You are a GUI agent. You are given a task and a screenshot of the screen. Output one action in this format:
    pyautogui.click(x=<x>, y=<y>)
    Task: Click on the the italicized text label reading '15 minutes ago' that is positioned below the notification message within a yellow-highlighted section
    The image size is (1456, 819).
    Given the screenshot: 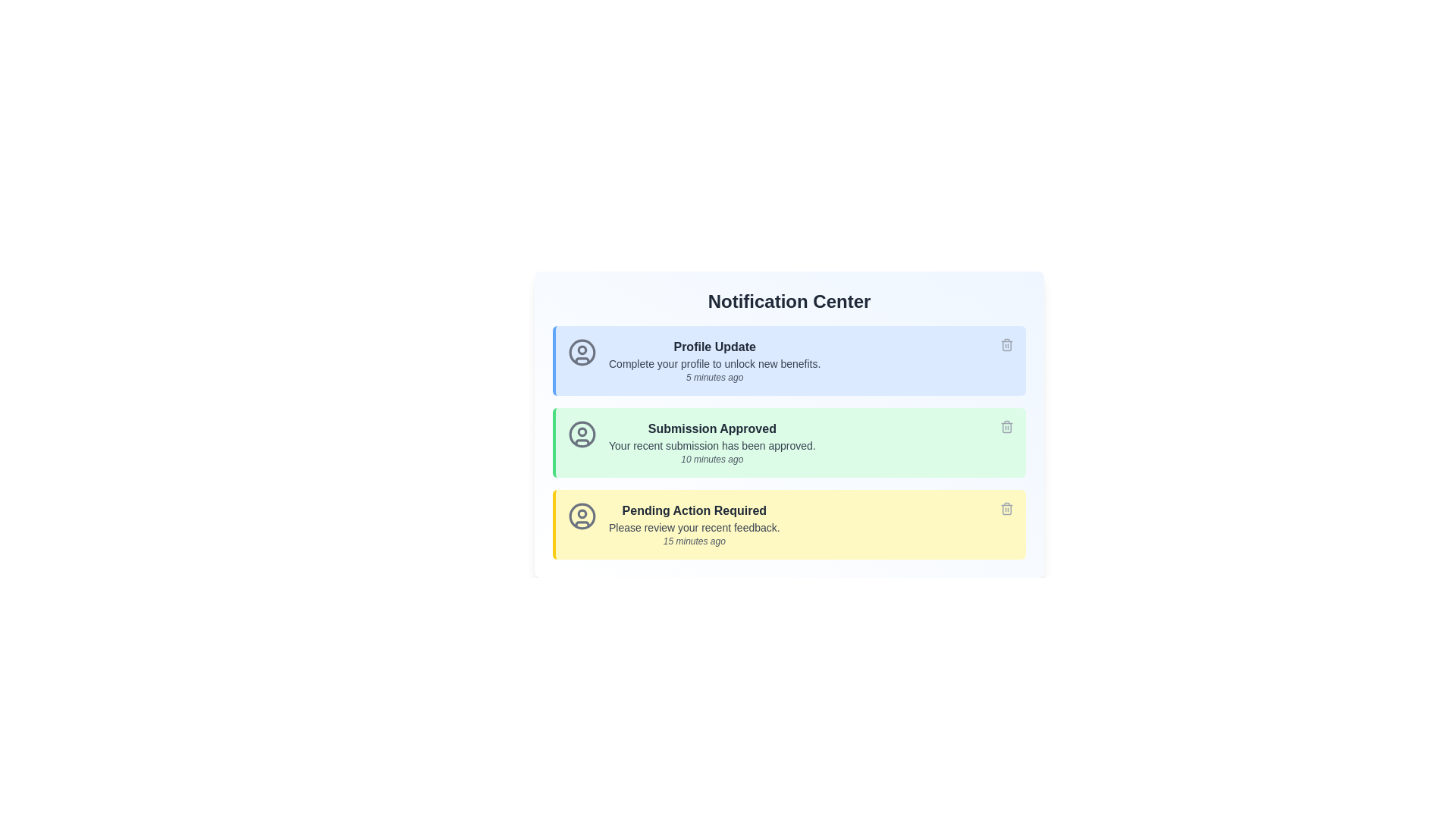 What is the action you would take?
    pyautogui.click(x=693, y=540)
    